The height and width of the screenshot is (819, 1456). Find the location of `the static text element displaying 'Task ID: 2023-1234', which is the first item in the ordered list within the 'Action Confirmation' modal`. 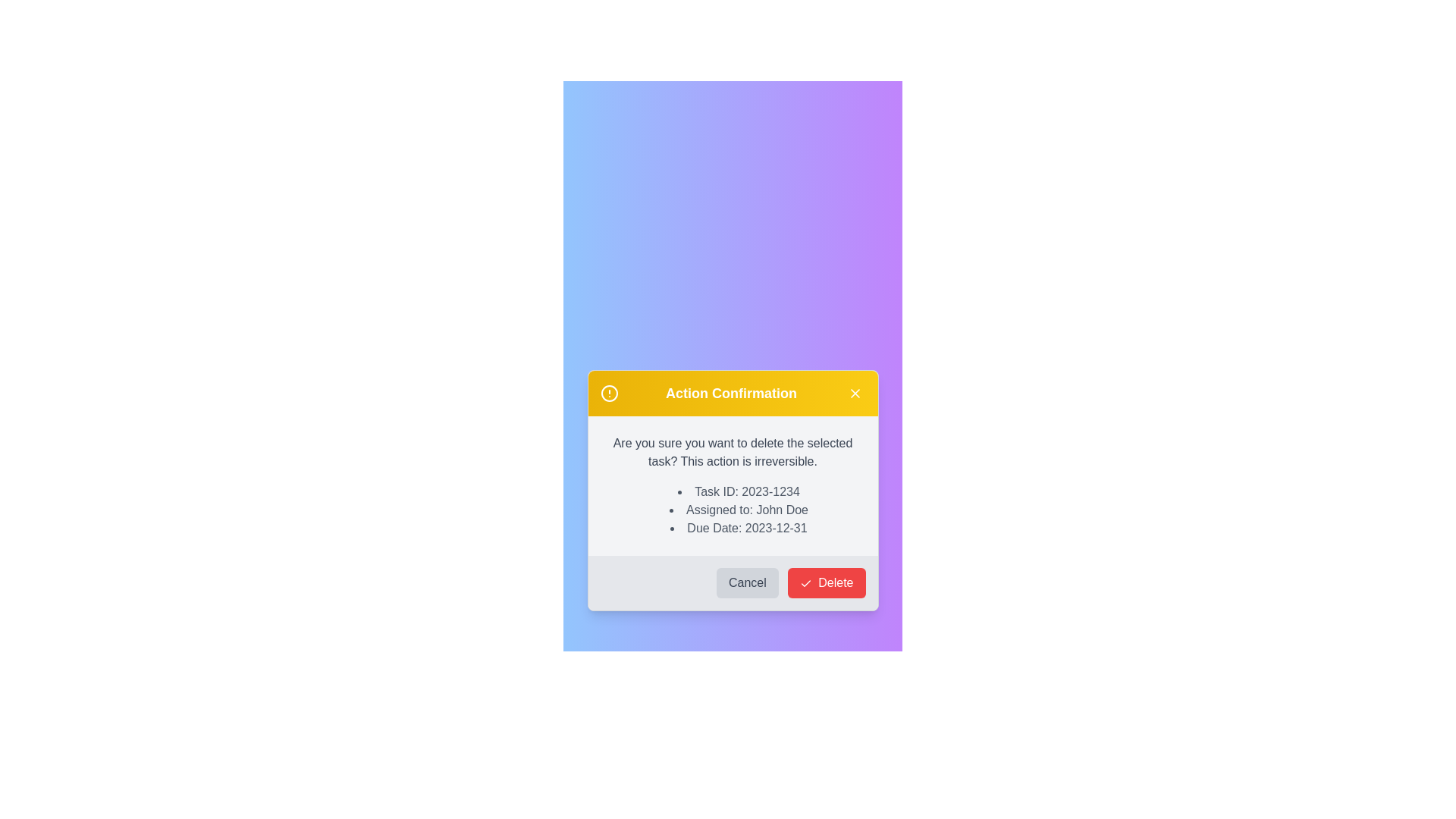

the static text element displaying 'Task ID: 2023-1234', which is the first item in the ordered list within the 'Action Confirmation' modal is located at coordinates (739, 491).